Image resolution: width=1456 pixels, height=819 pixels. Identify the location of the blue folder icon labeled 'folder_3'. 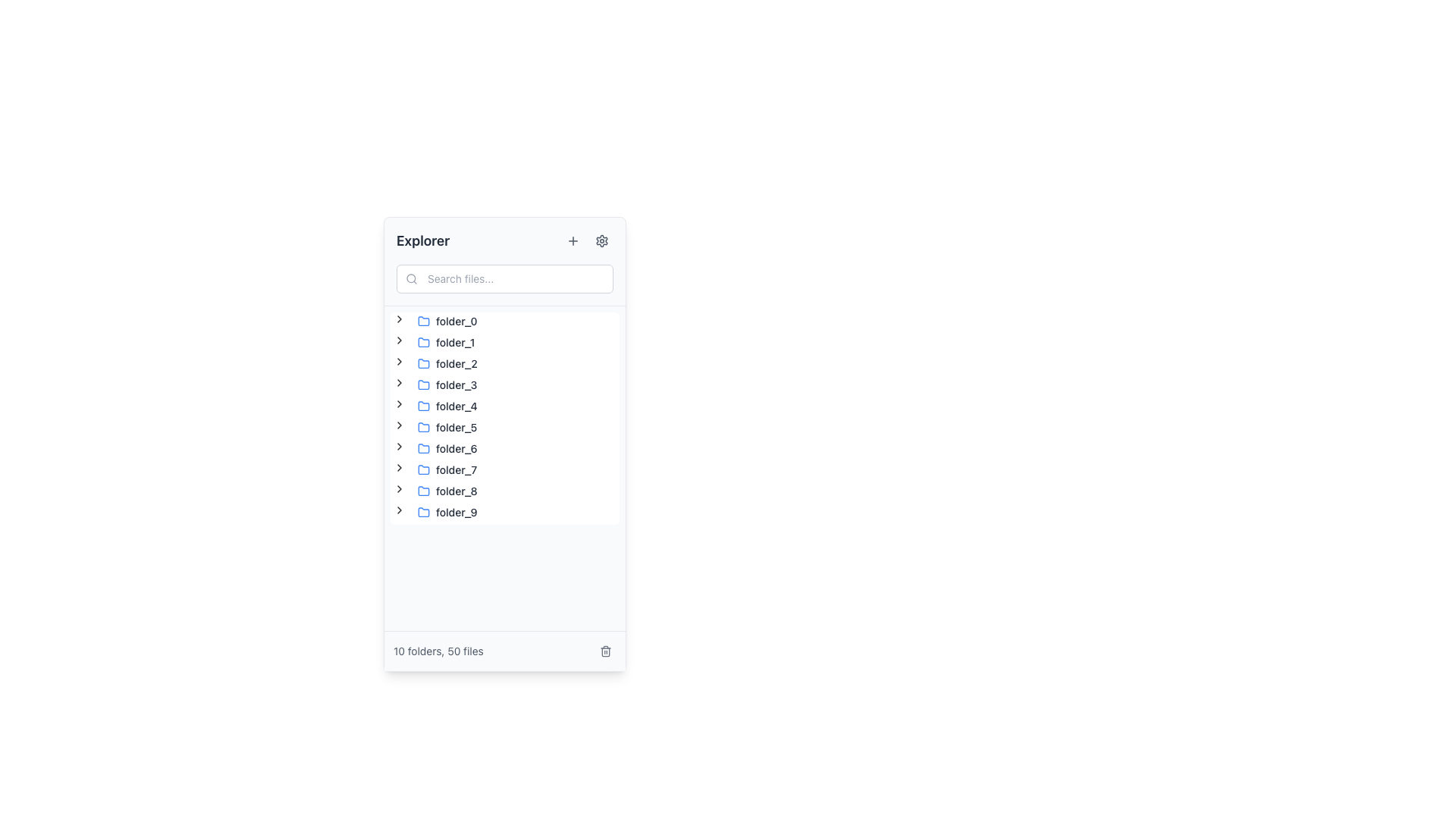
(423, 383).